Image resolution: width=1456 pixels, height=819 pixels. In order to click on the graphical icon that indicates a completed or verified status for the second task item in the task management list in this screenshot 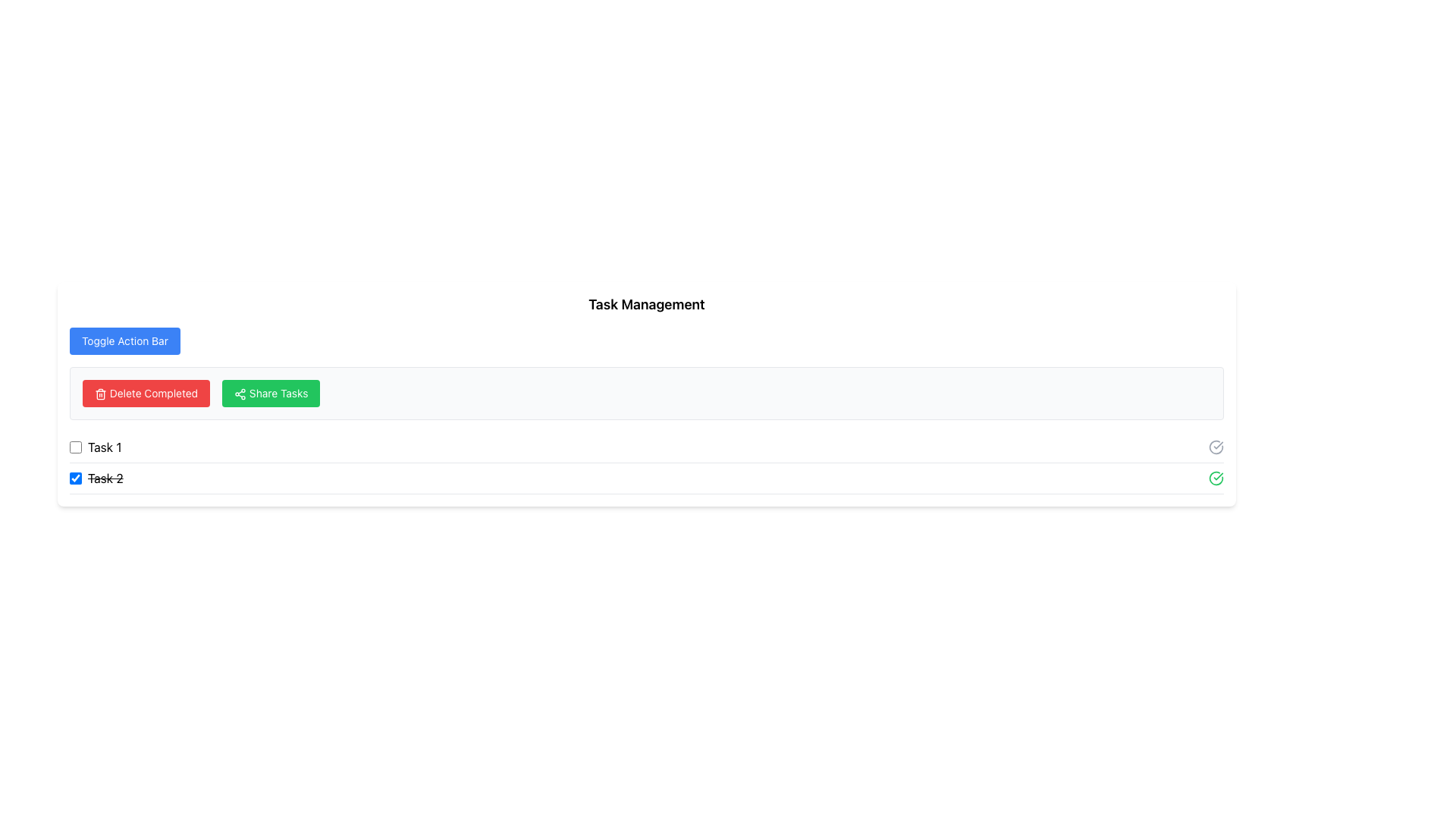, I will do `click(1216, 479)`.